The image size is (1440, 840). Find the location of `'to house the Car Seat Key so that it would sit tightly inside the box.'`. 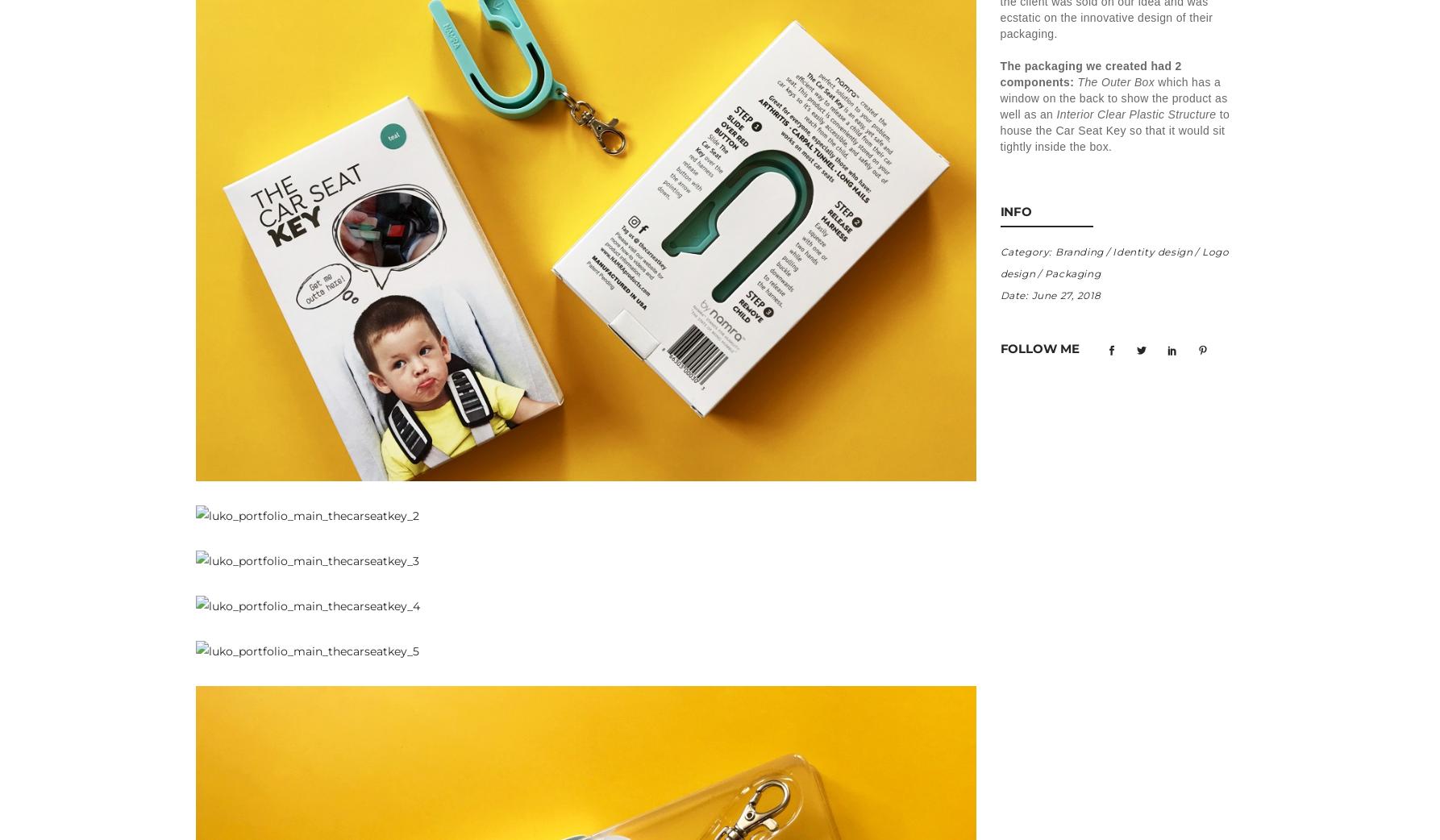

'to house the Car Seat Key so that it would sit tightly inside the box.' is located at coordinates (1113, 129).